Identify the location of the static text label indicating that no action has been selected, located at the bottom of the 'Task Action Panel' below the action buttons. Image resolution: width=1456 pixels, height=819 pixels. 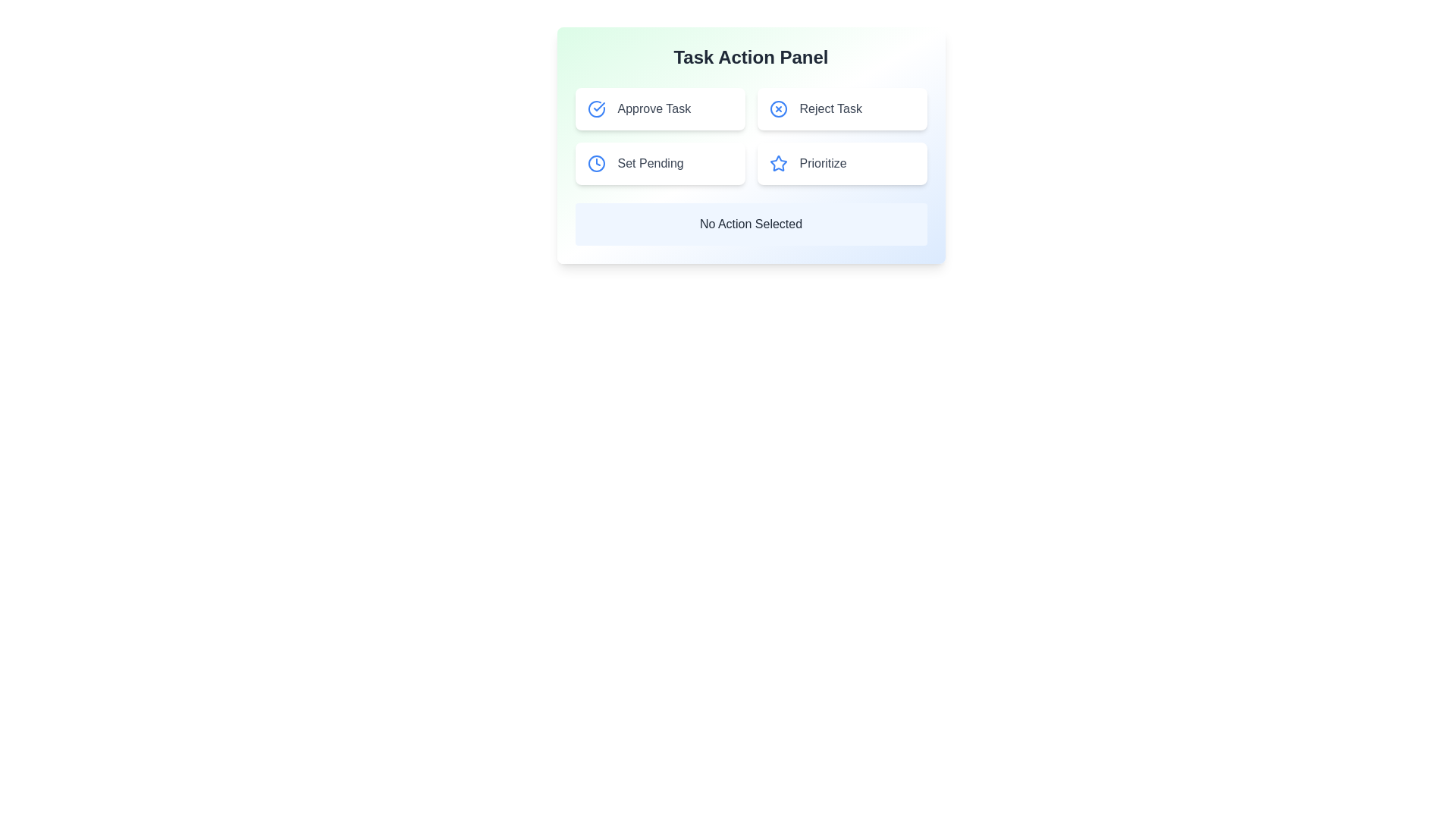
(751, 224).